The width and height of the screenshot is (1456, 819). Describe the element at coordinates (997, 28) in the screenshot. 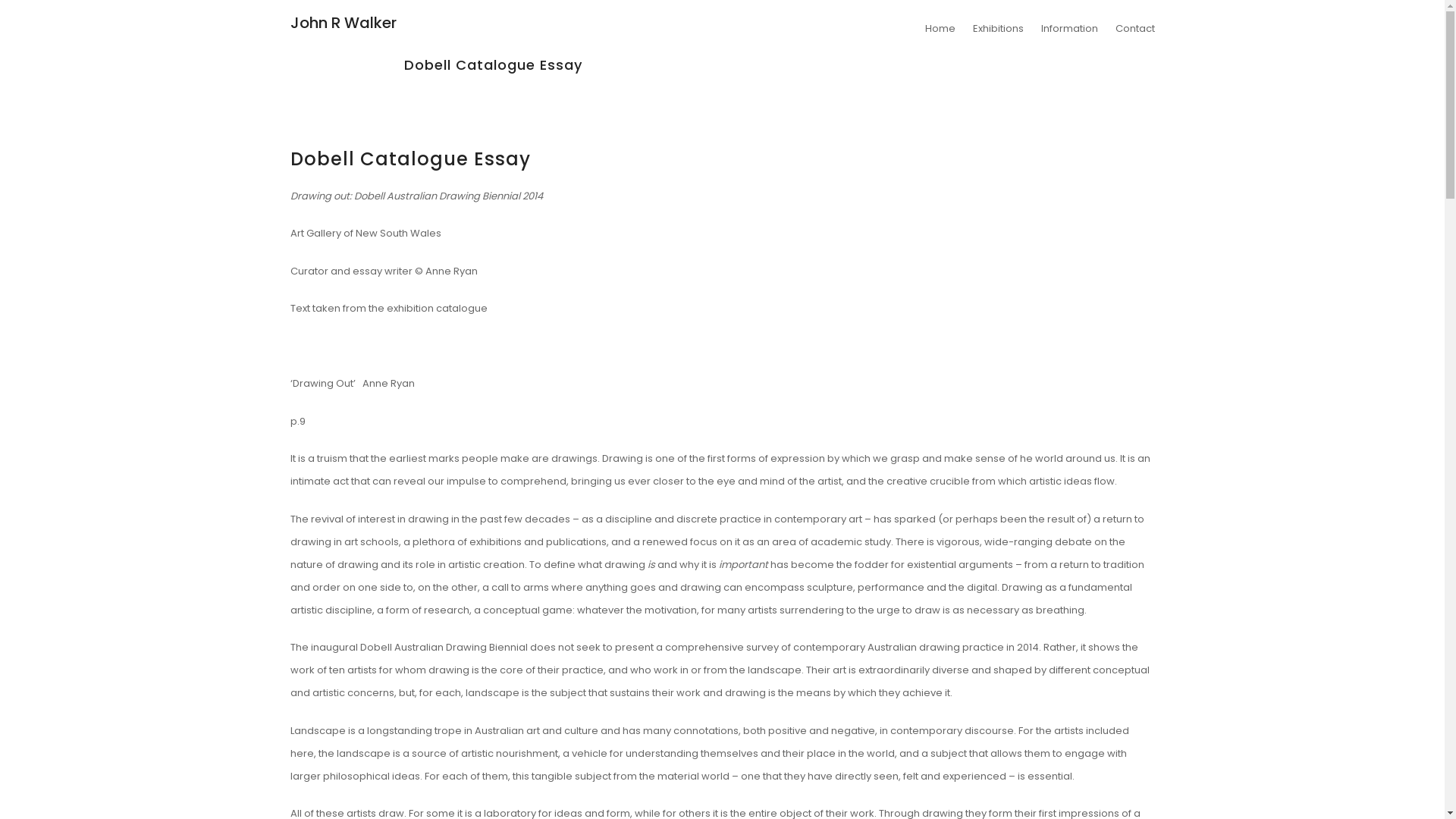

I see `'Exhibitions'` at that location.